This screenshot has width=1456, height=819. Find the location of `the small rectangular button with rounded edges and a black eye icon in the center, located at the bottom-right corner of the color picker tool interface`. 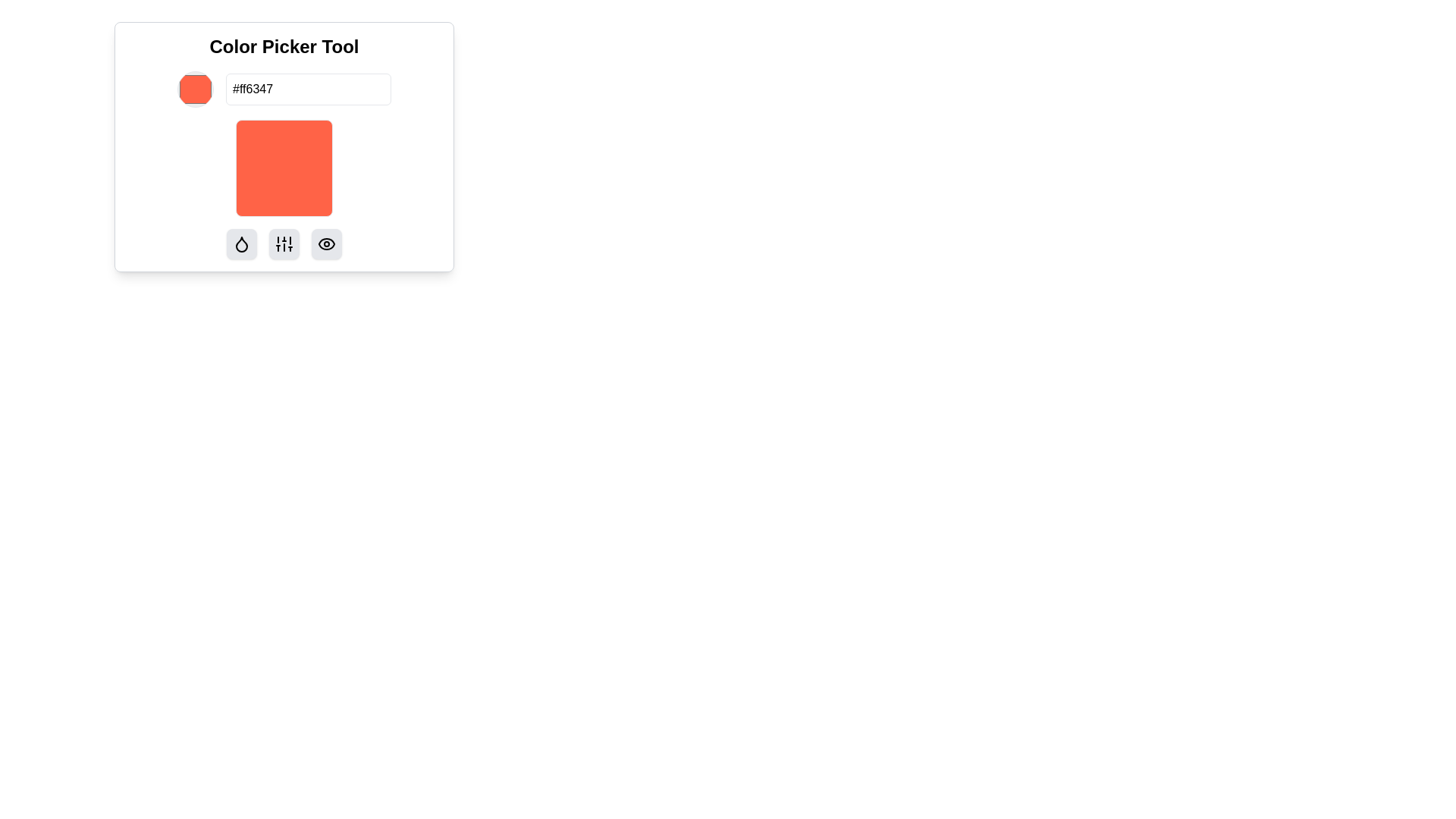

the small rectangular button with rounded edges and a black eye icon in the center, located at the bottom-right corner of the color picker tool interface is located at coordinates (326, 243).